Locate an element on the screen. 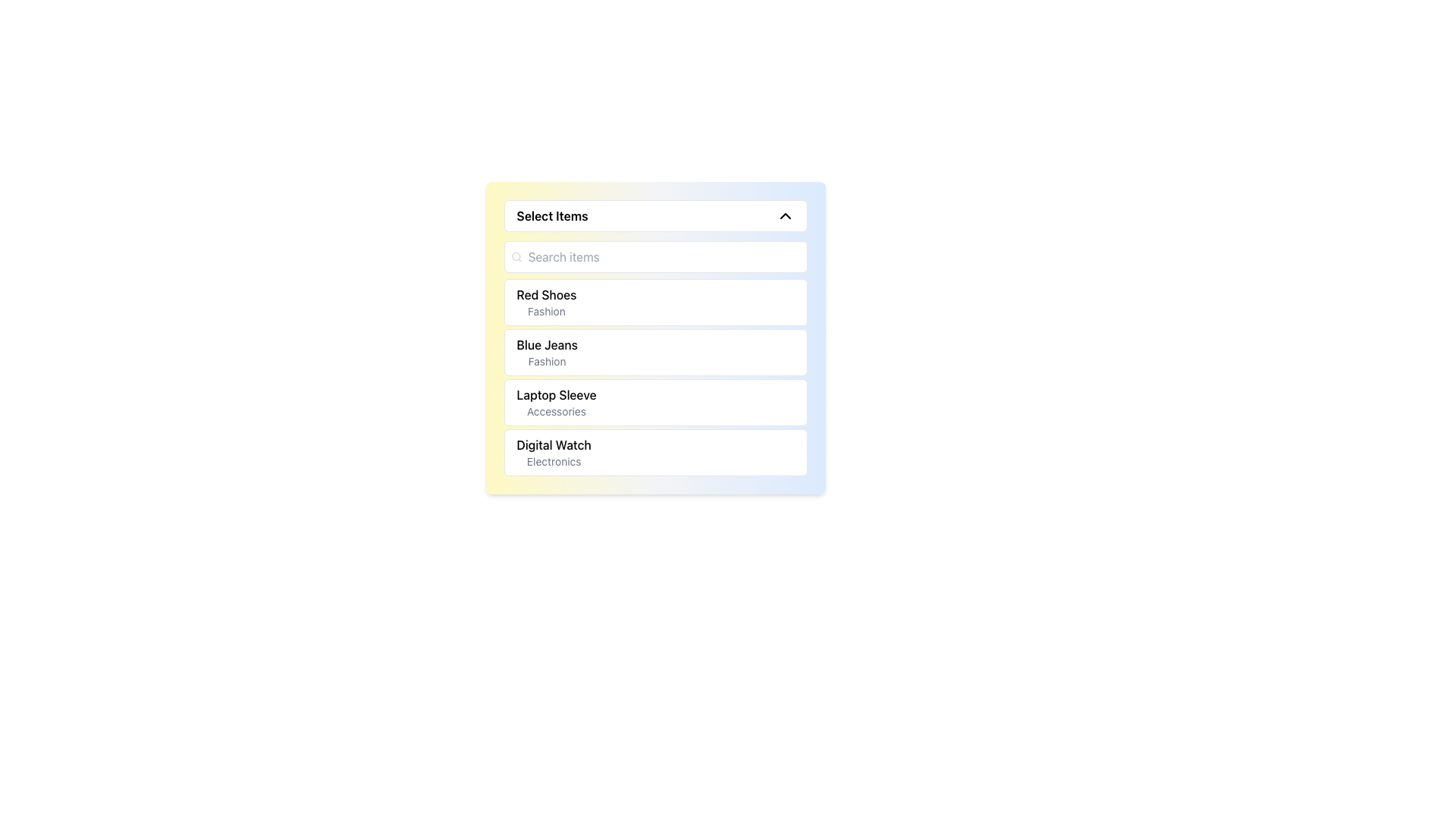 This screenshot has width=1456, height=819. the selectable list item labeled 'Blue Jeans' is located at coordinates (655, 337).